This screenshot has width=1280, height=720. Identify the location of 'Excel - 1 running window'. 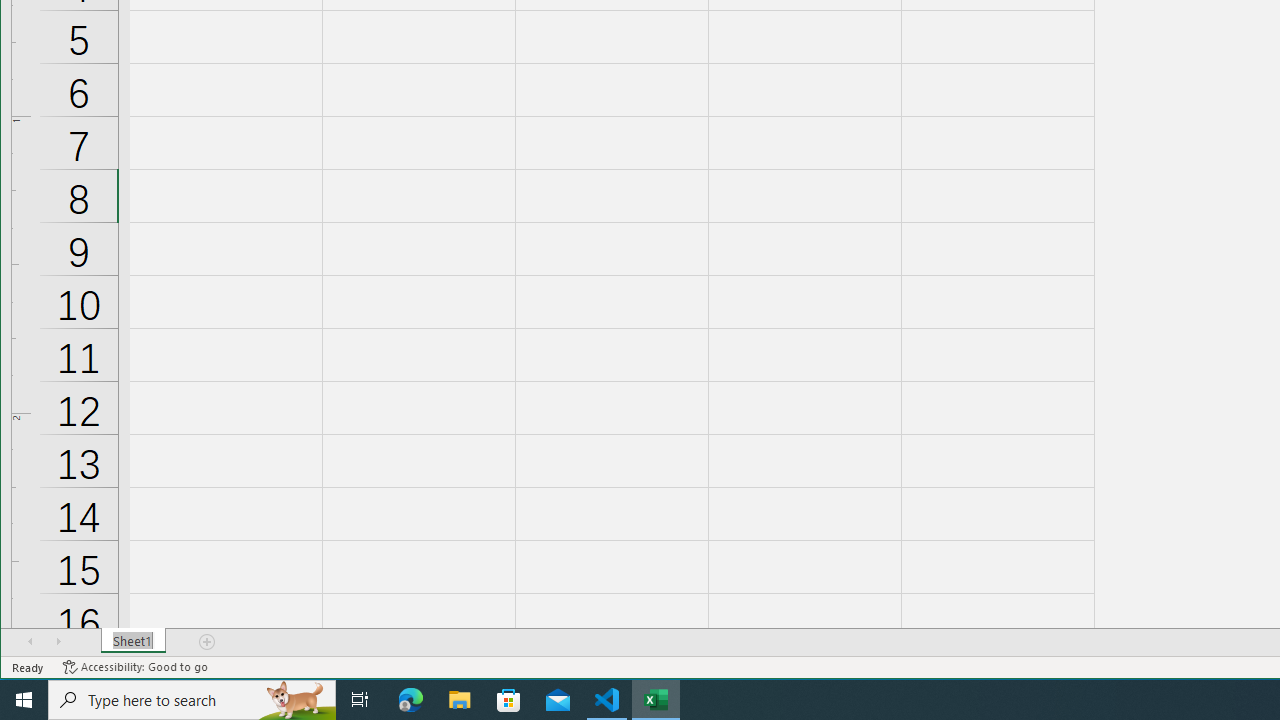
(656, 698).